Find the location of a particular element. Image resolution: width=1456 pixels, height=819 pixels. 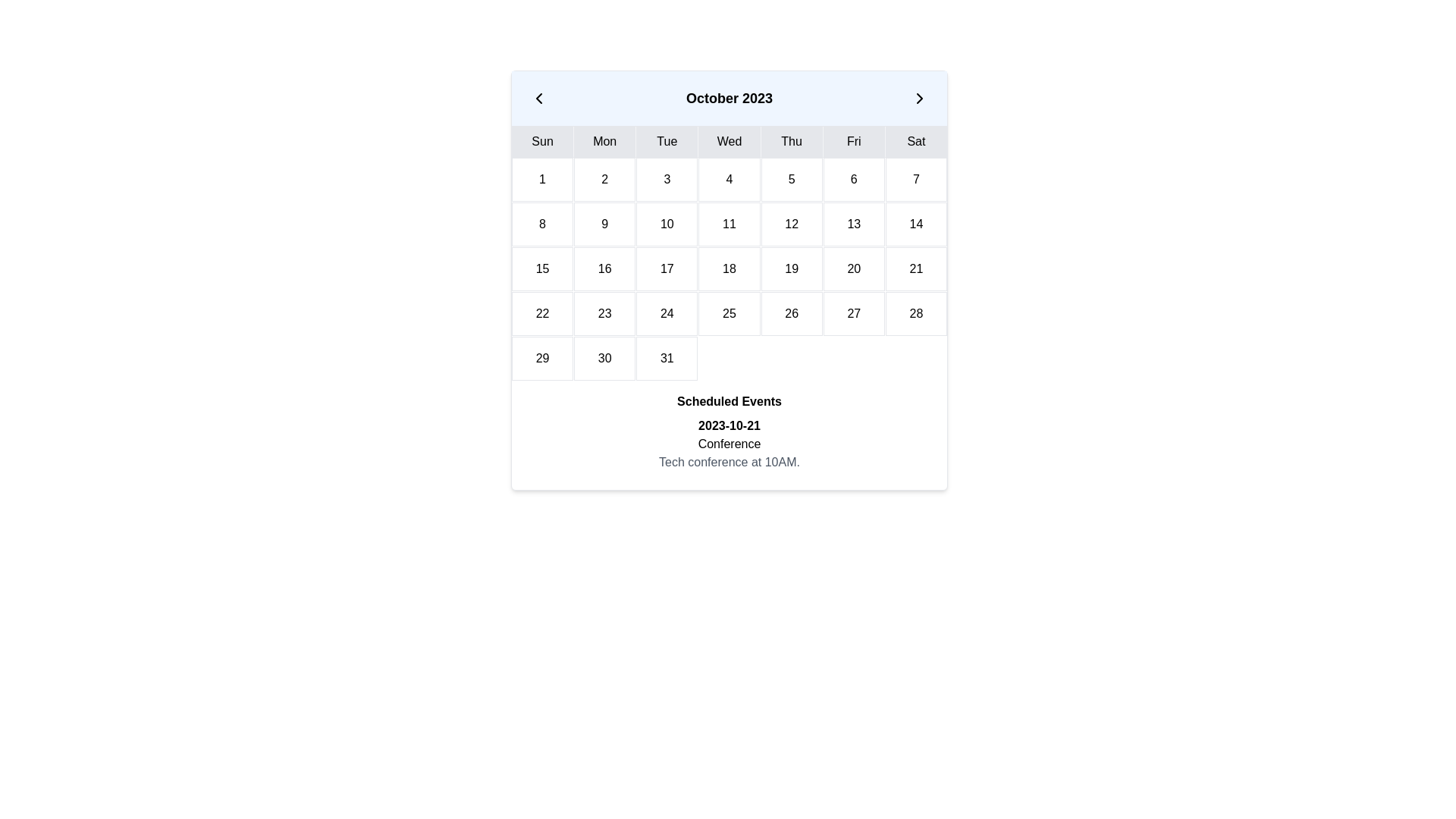

the calendar date label '28' that represents a Saturday in the fourth row and seventh column of the monthly calendar view is located at coordinates (915, 312).